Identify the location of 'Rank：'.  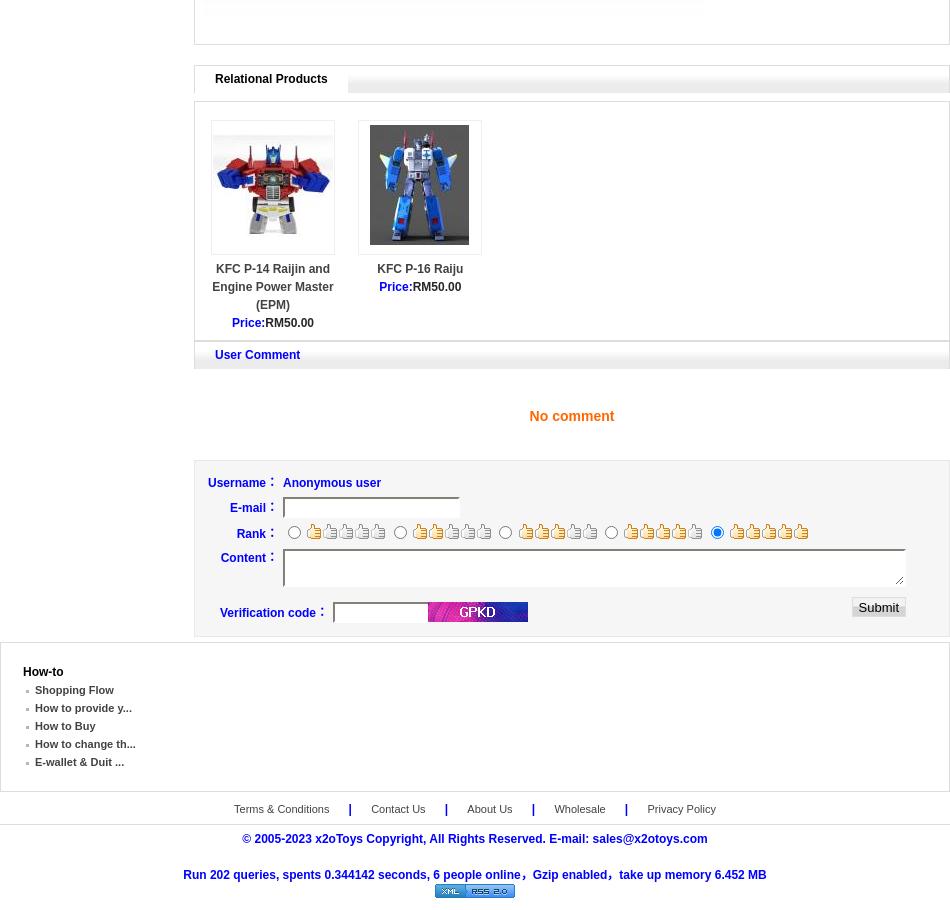
(255, 531).